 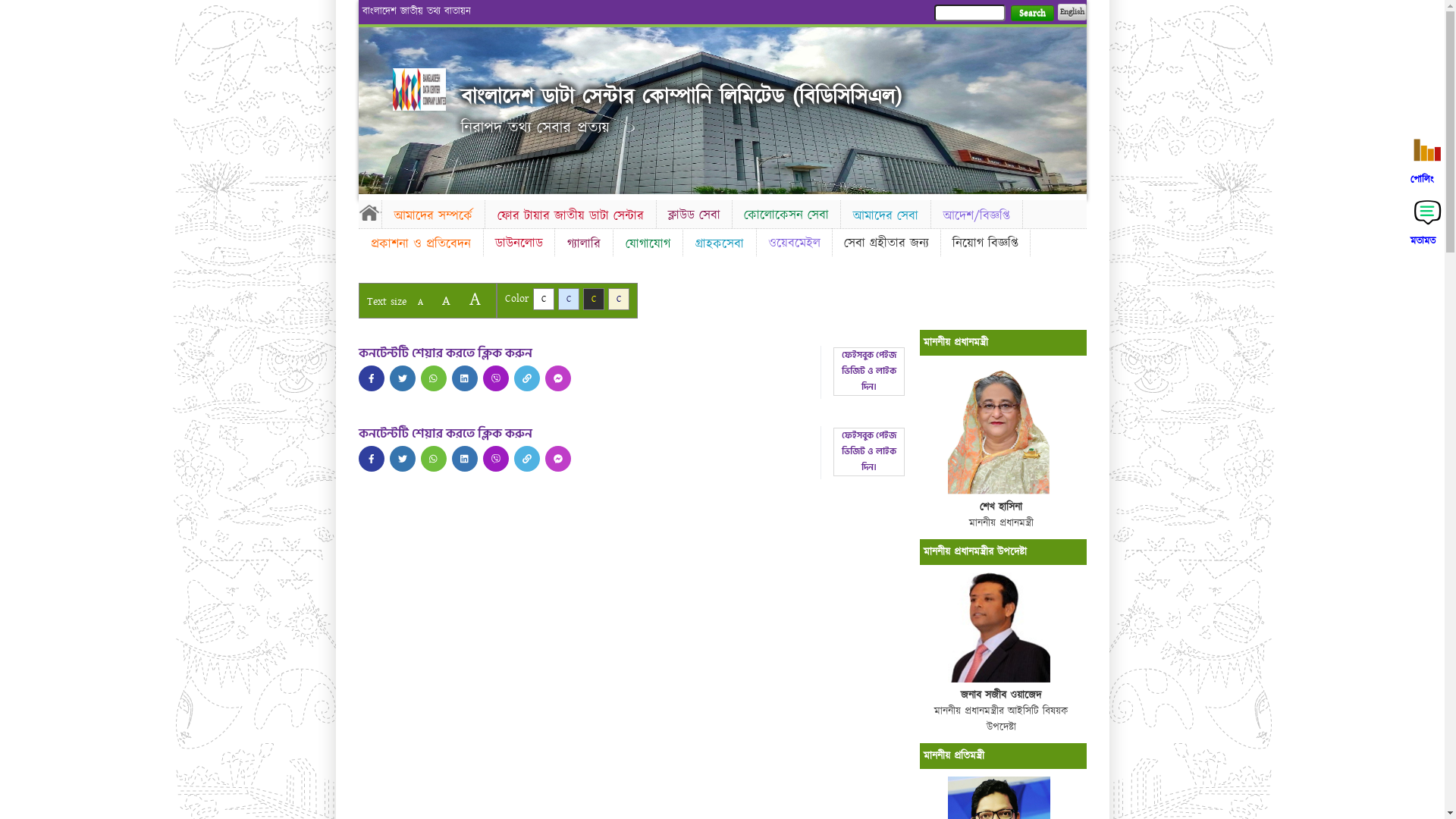 I want to click on 'C', so click(x=567, y=299).